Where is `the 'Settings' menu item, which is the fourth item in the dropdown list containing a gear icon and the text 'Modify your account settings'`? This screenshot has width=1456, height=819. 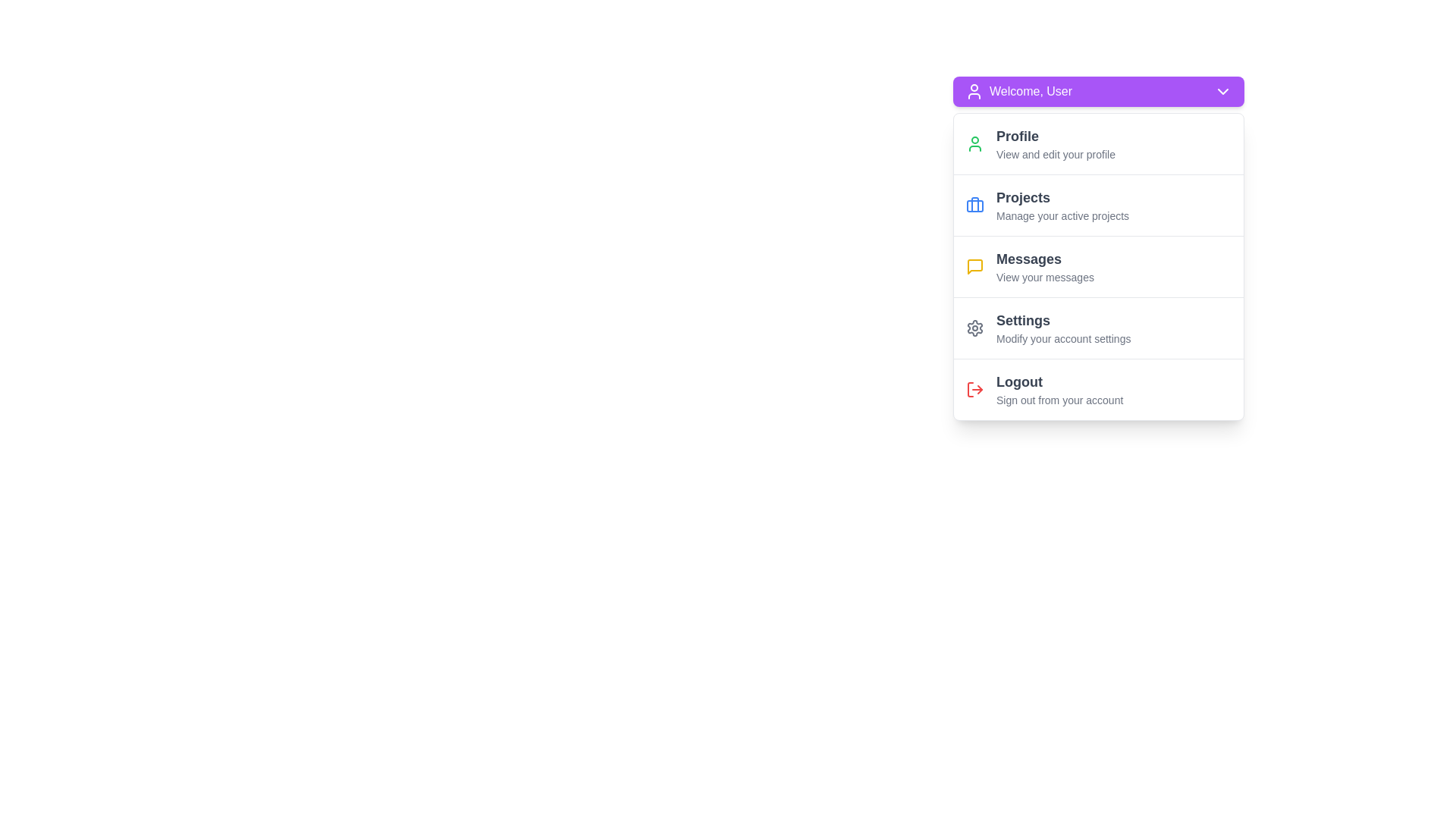
the 'Settings' menu item, which is the fourth item in the dropdown list containing a gear icon and the text 'Modify your account settings' is located at coordinates (1099, 327).